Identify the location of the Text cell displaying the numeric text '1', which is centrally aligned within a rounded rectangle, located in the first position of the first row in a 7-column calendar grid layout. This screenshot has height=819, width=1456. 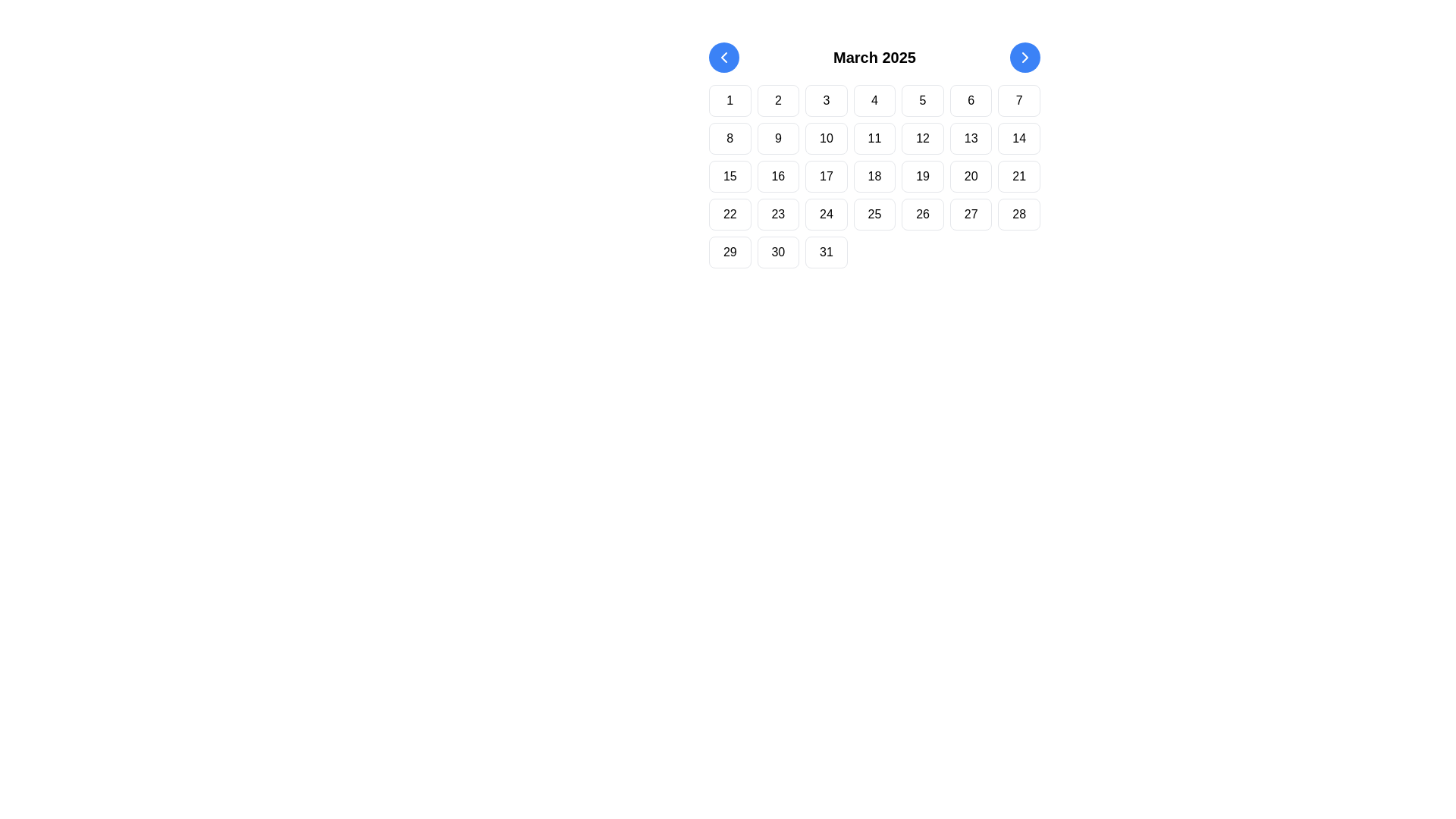
(730, 100).